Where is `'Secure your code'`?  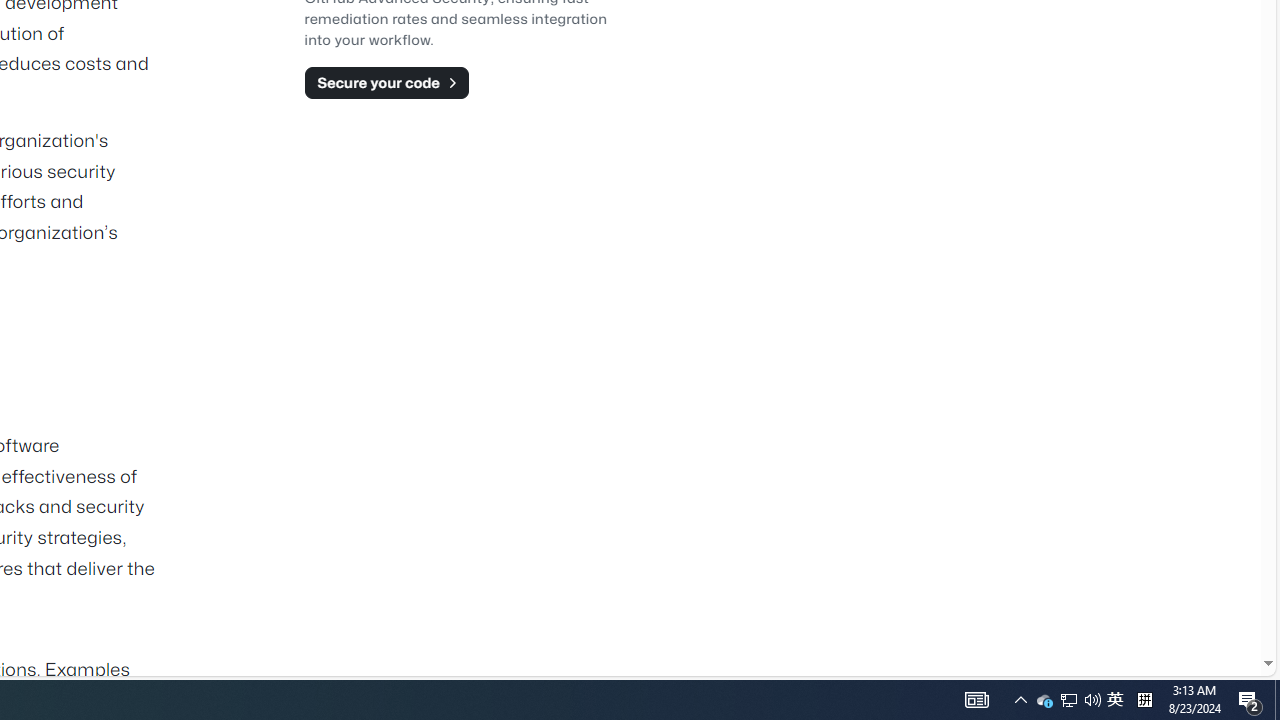
'Secure your code' is located at coordinates (386, 81).